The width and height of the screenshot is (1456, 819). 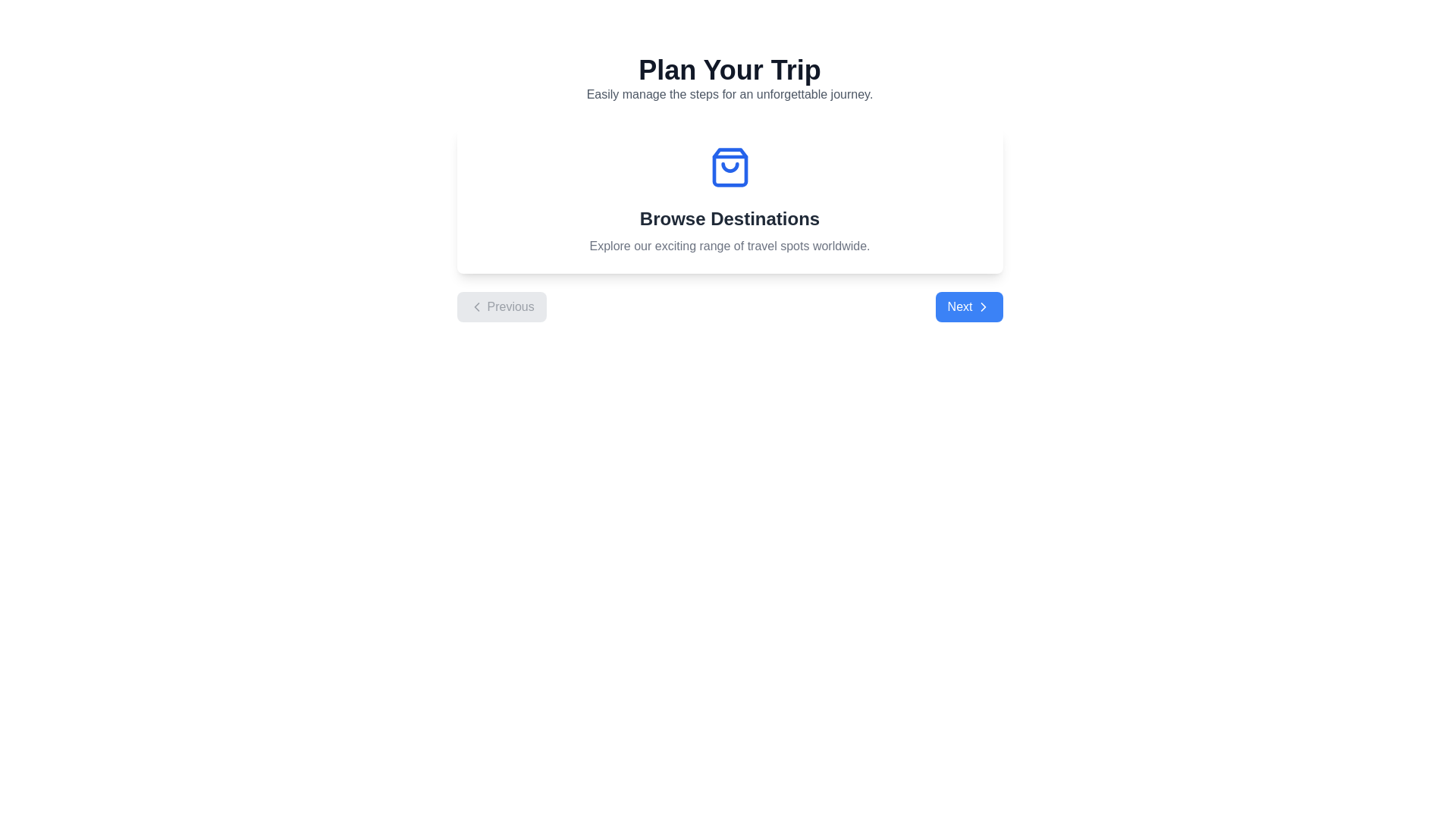 What do you see at coordinates (968, 307) in the screenshot?
I see `the blue 'Next' button with white text and a right-pointing chevron icon located in the bottom right-hand corner of the navigation control` at bounding box center [968, 307].